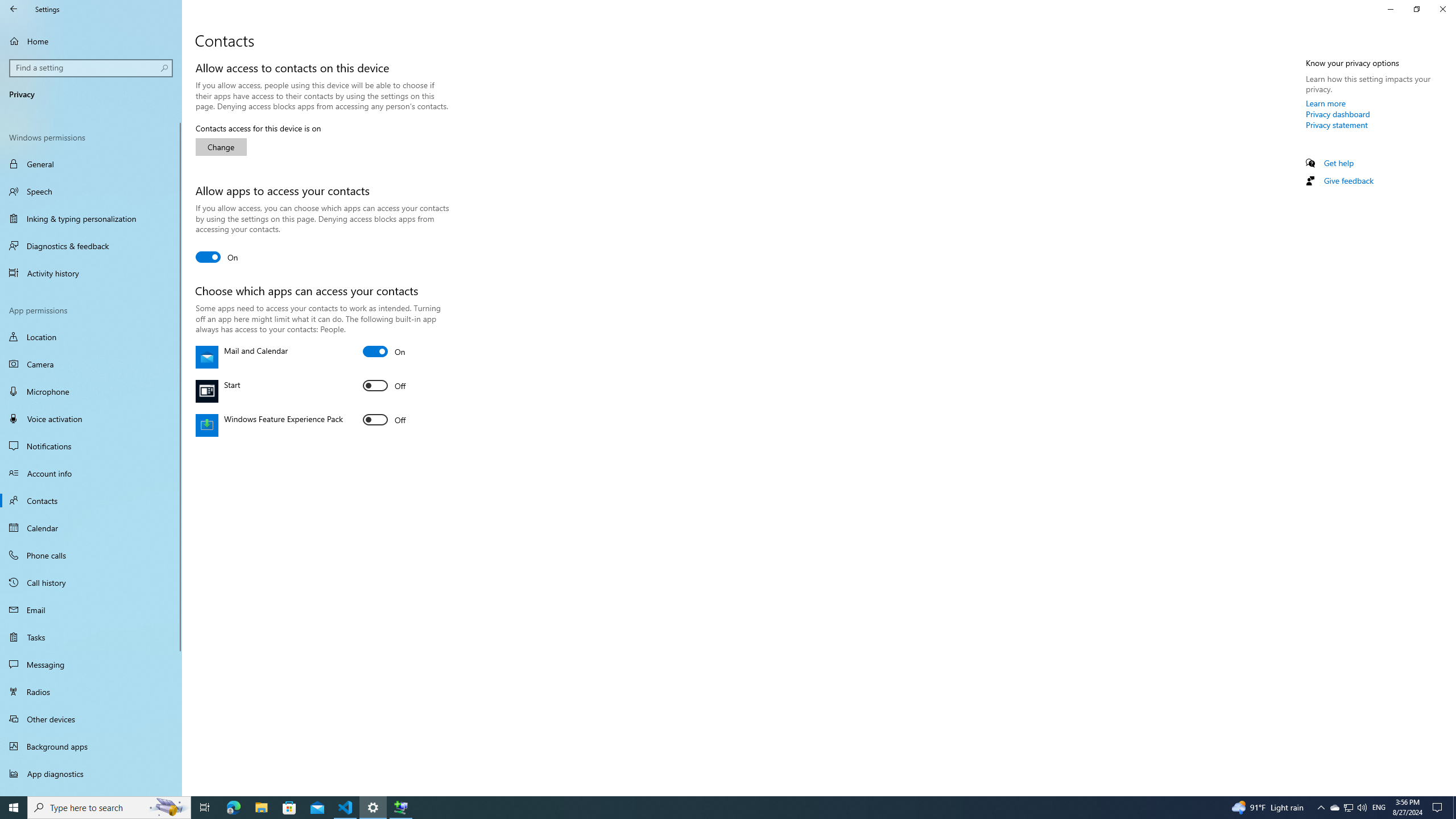 The image size is (1456, 819). I want to click on 'Tasks', so click(90, 636).